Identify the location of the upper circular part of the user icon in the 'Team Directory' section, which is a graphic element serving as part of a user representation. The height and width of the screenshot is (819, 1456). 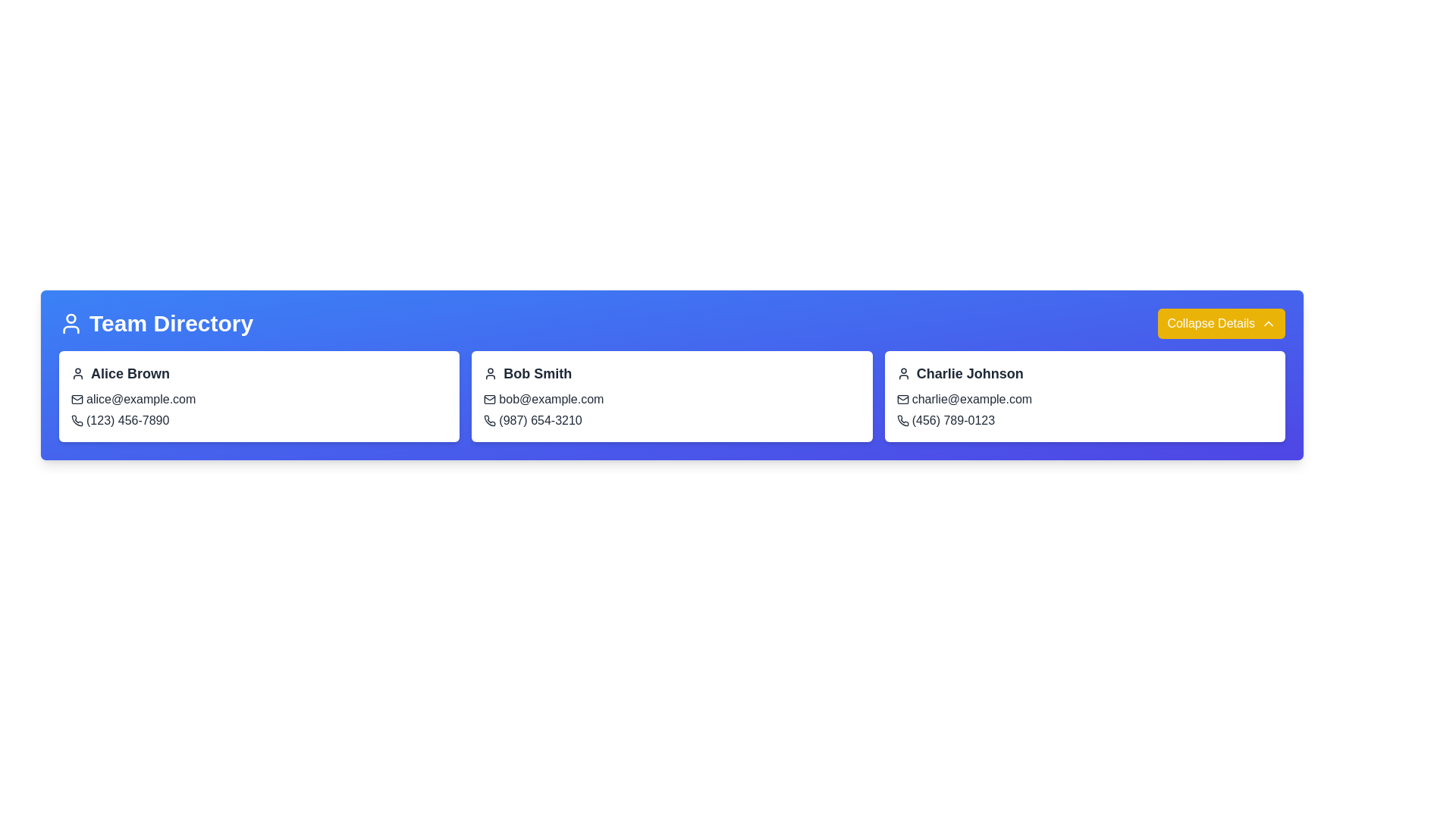
(71, 318).